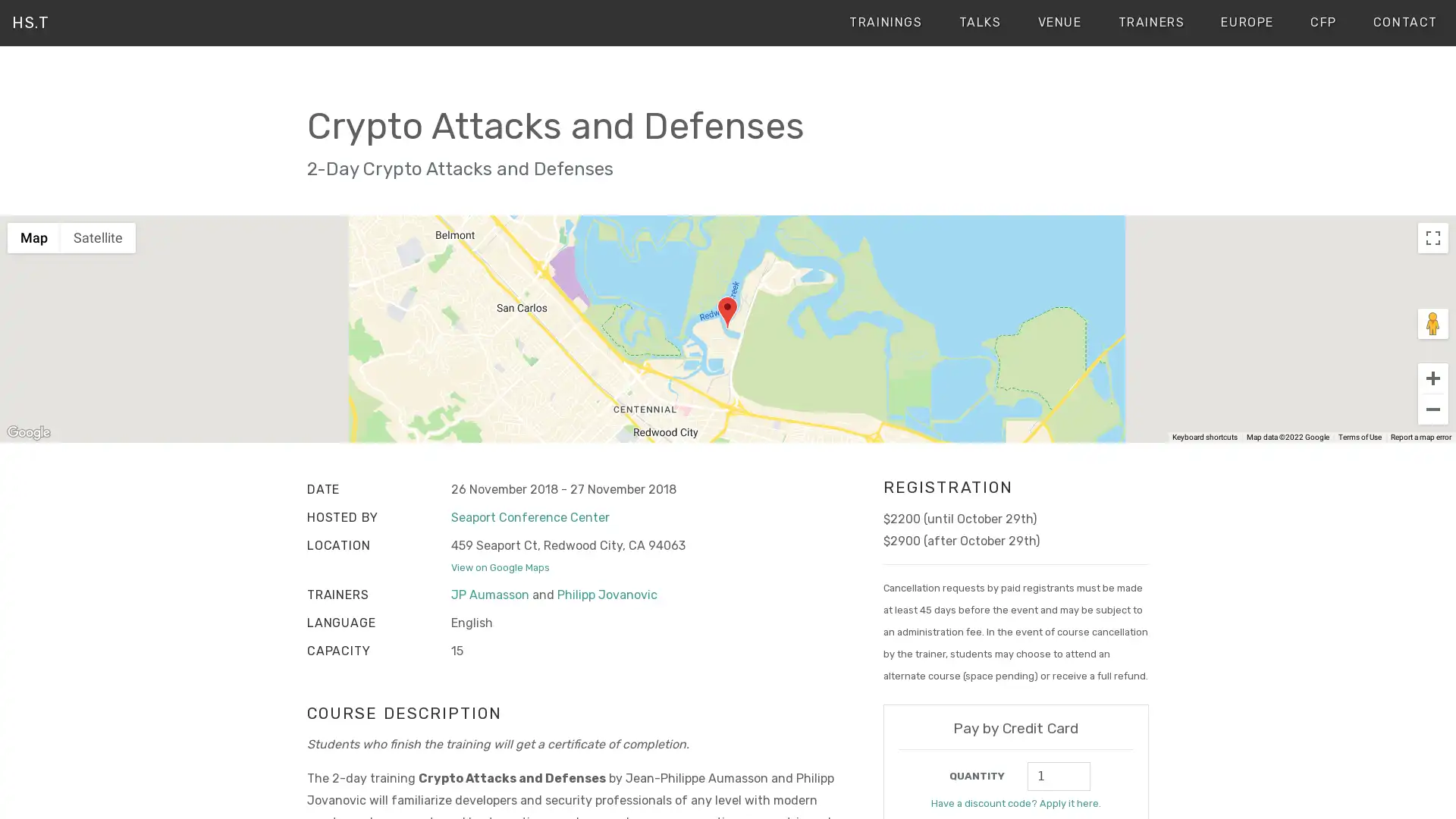 The image size is (1456, 819). What do you see at coordinates (1432, 237) in the screenshot?
I see `Toggle fullscreen view` at bounding box center [1432, 237].